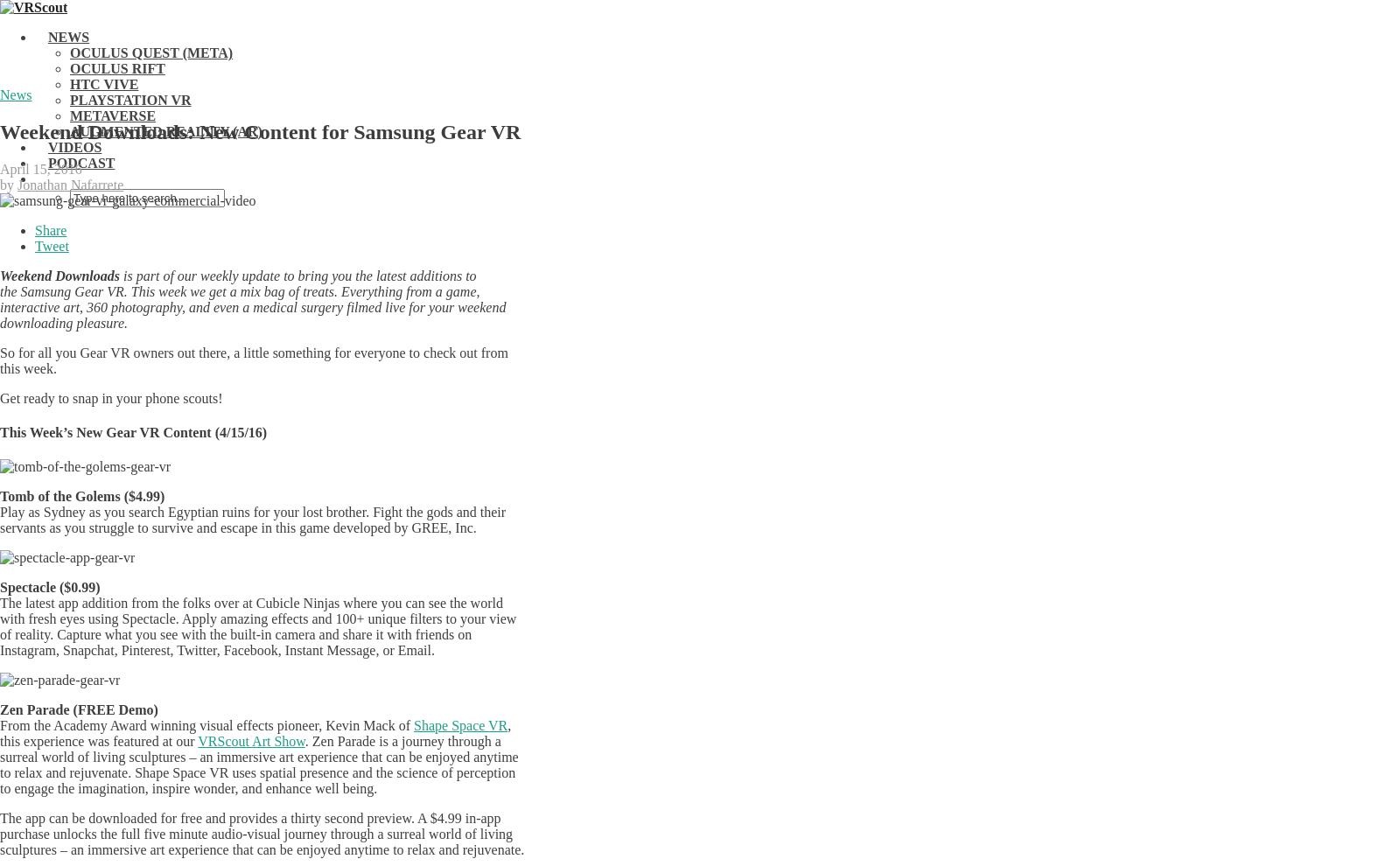  Describe the element at coordinates (240, 290) in the screenshot. I see `'is part of our weekly update to bring you the latest additions to the Samsung Gear VR. This week we get a mix bag of treats. Everything from a game, interactive art, 360 photography, and even a medical surgery filmed live'` at that location.